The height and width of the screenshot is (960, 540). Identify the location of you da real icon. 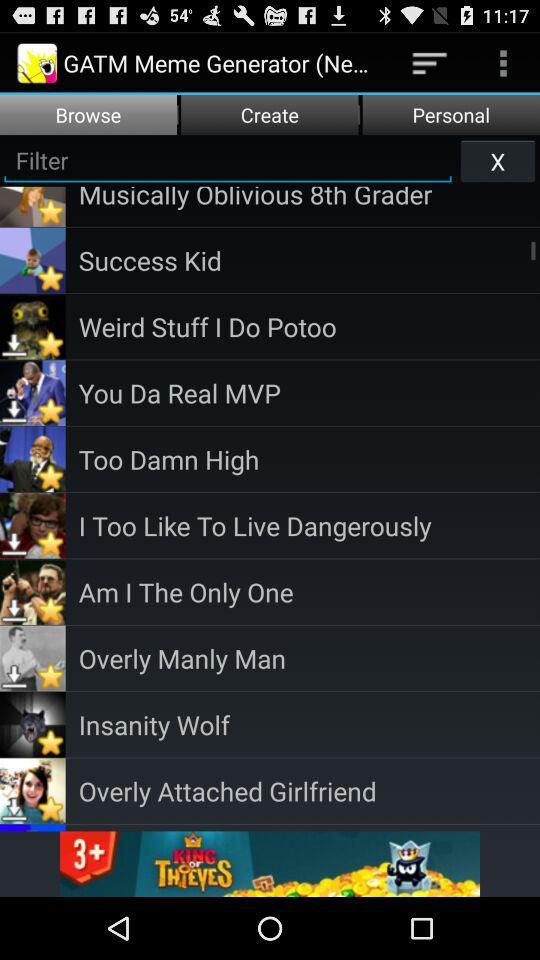
(309, 391).